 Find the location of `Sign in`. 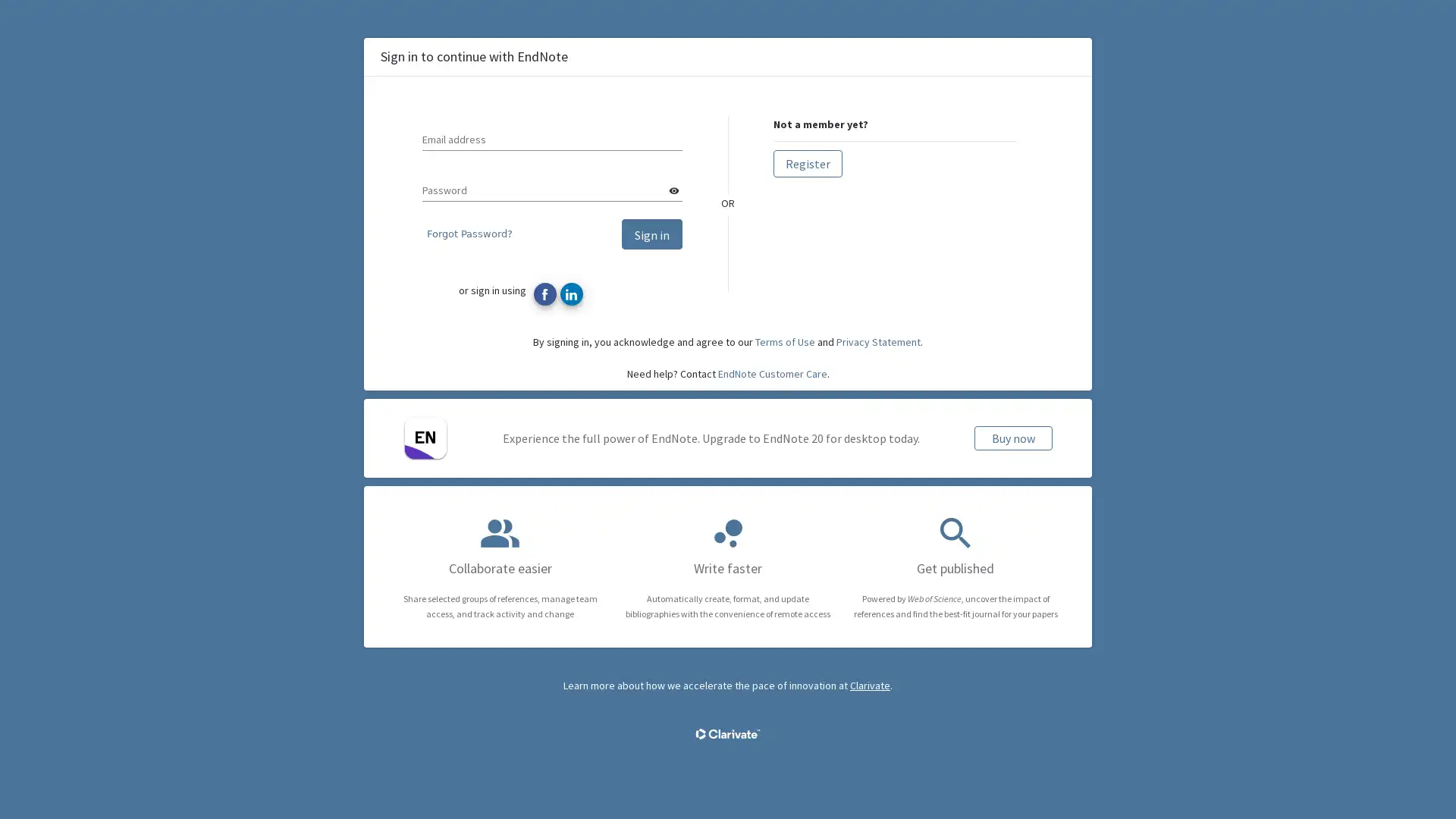

Sign in is located at coordinates (651, 234).